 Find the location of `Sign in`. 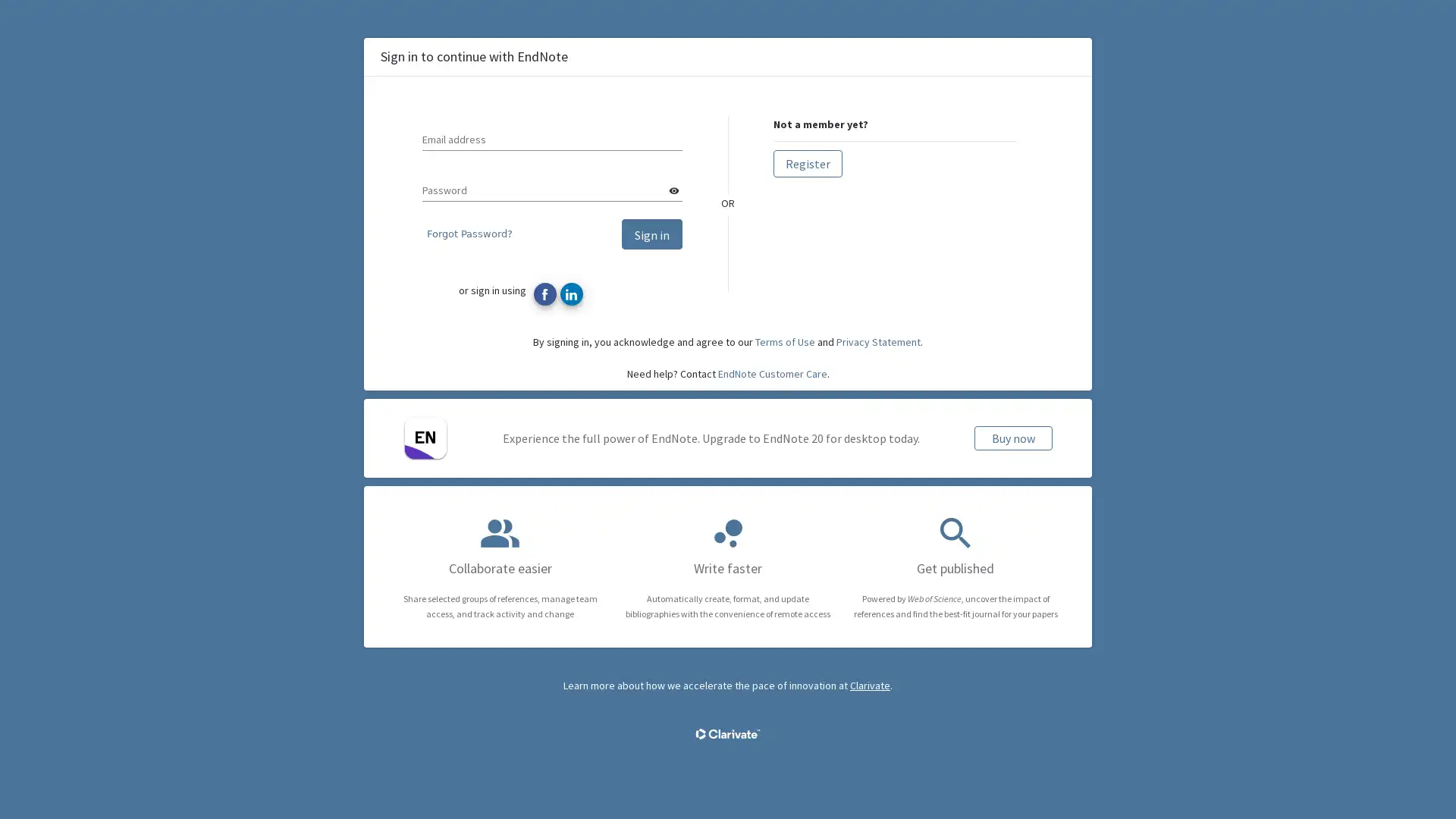

Sign in is located at coordinates (651, 234).